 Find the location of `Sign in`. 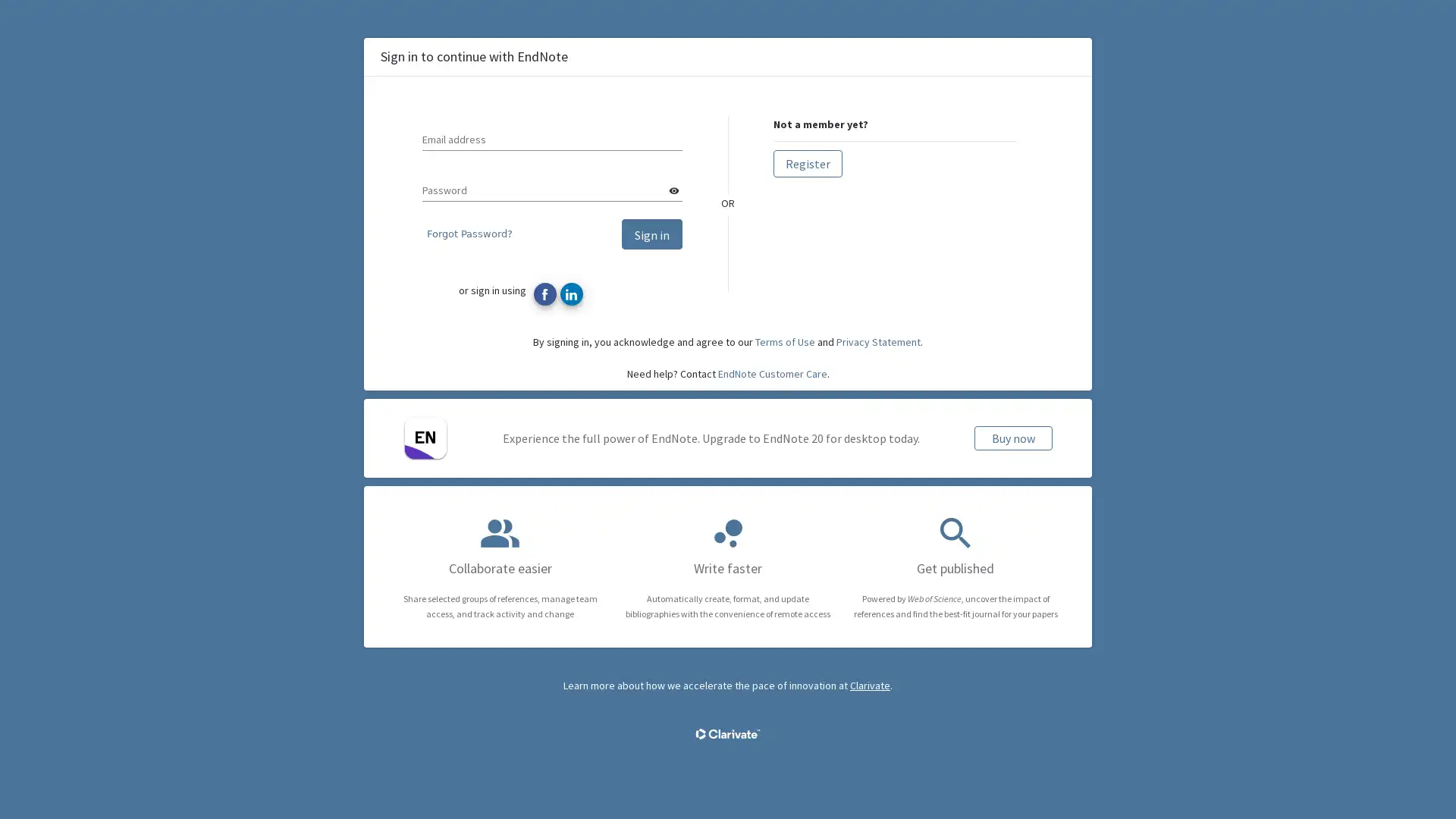

Sign in is located at coordinates (651, 234).